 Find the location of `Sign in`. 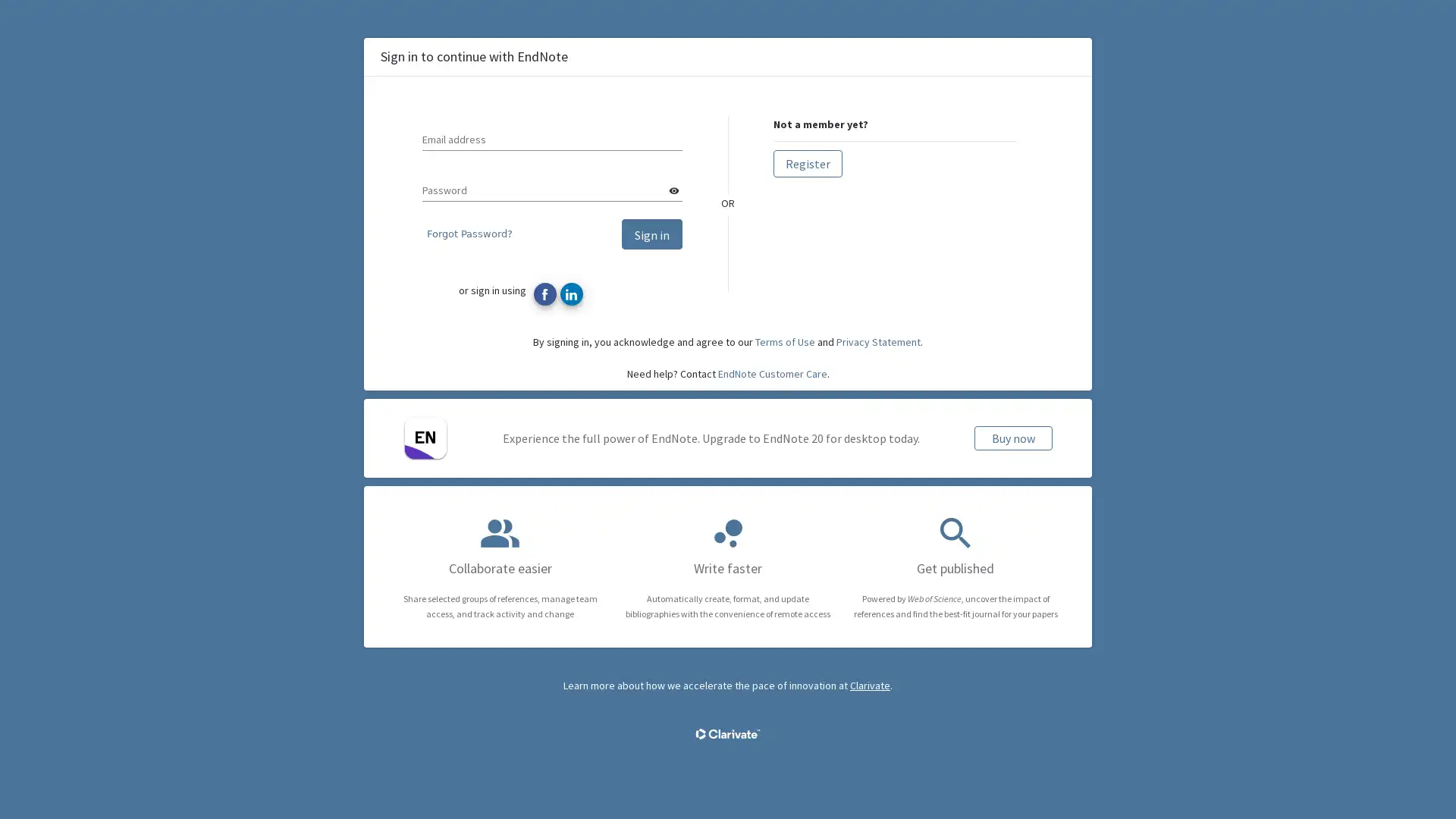

Sign in is located at coordinates (651, 234).